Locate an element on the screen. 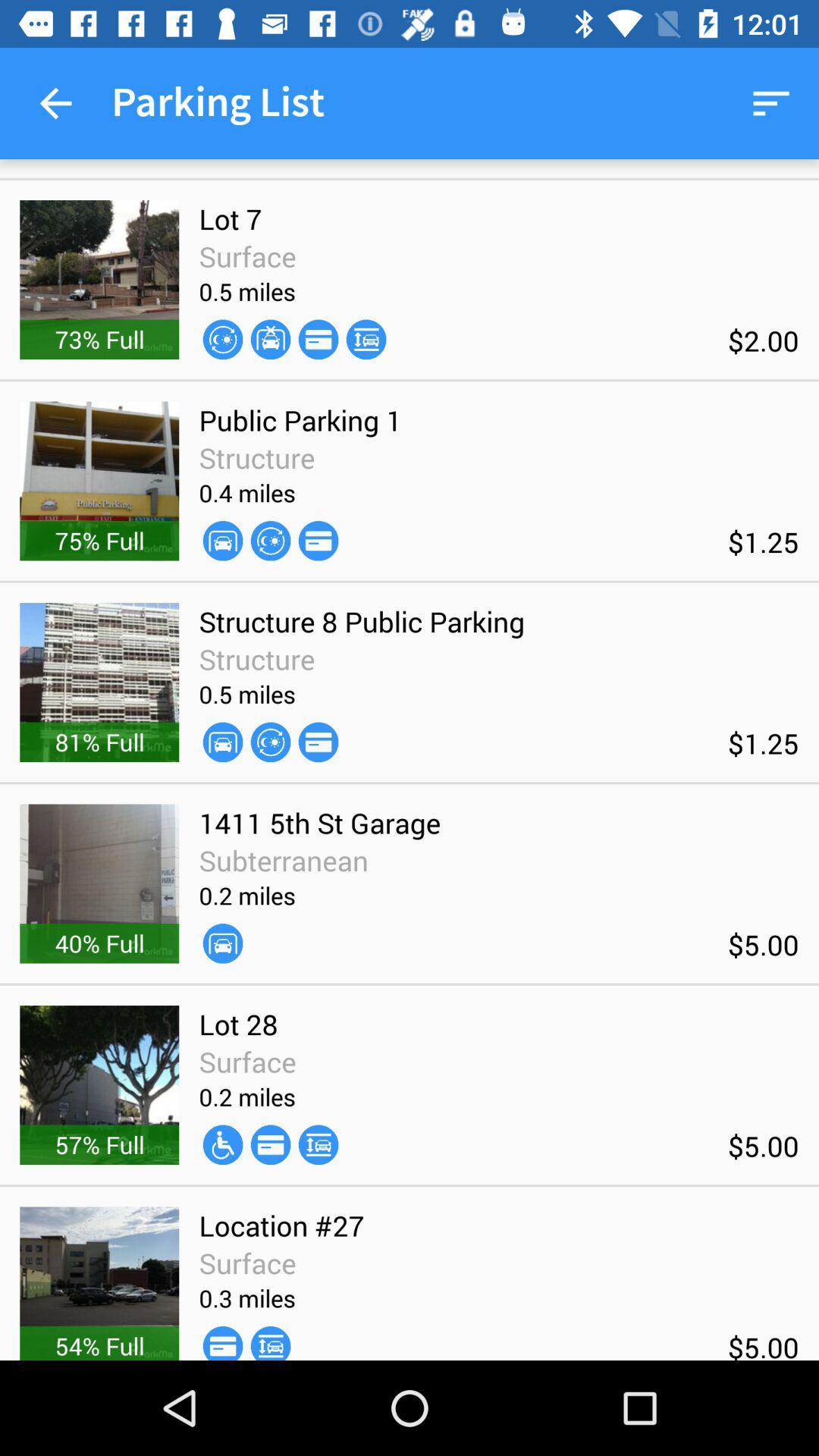 The height and width of the screenshot is (1456, 819). the lot 28 icon is located at coordinates (238, 1024).